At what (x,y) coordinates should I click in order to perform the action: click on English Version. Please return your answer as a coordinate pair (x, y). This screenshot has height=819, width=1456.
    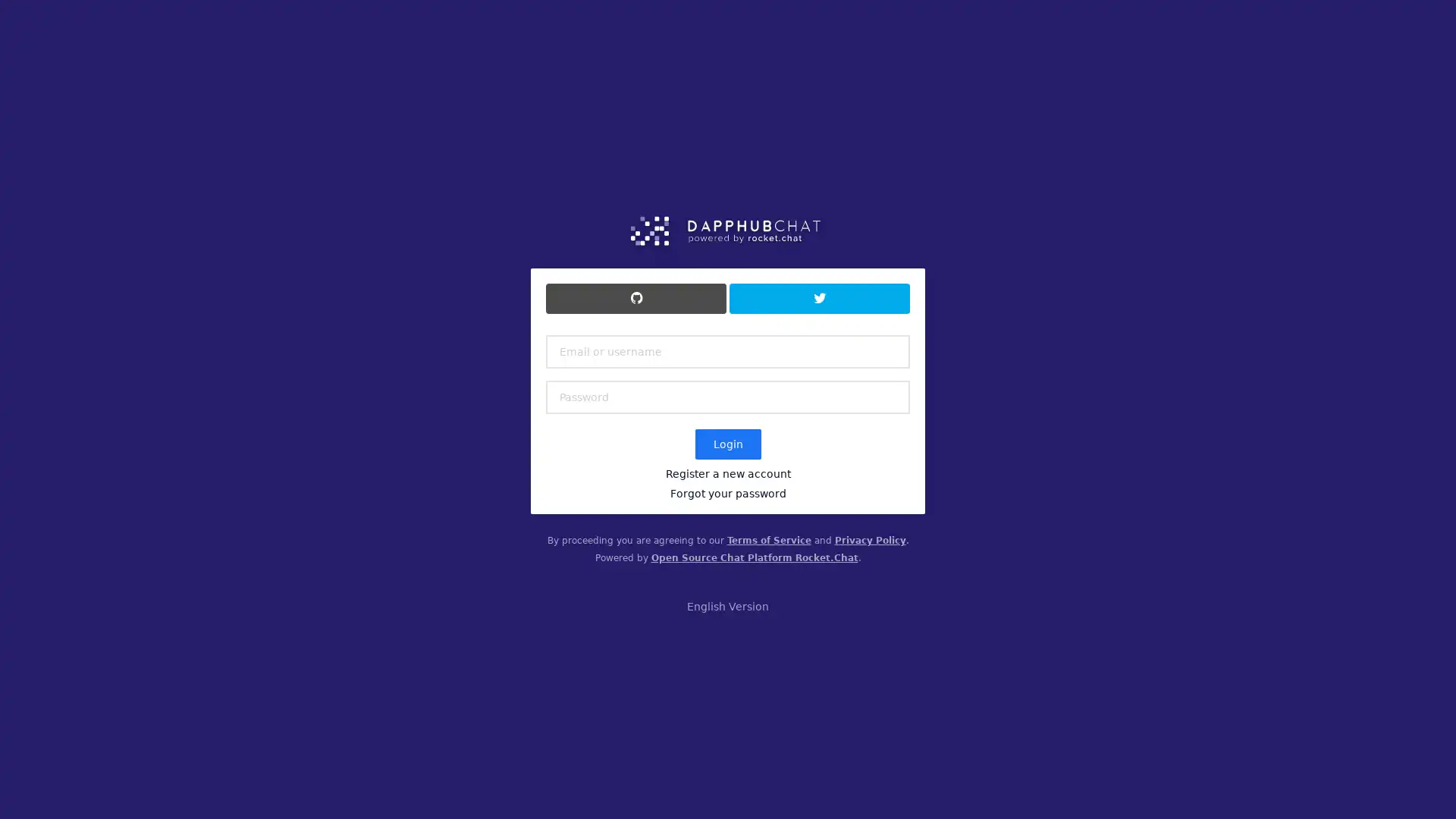
    Looking at the image, I should click on (728, 605).